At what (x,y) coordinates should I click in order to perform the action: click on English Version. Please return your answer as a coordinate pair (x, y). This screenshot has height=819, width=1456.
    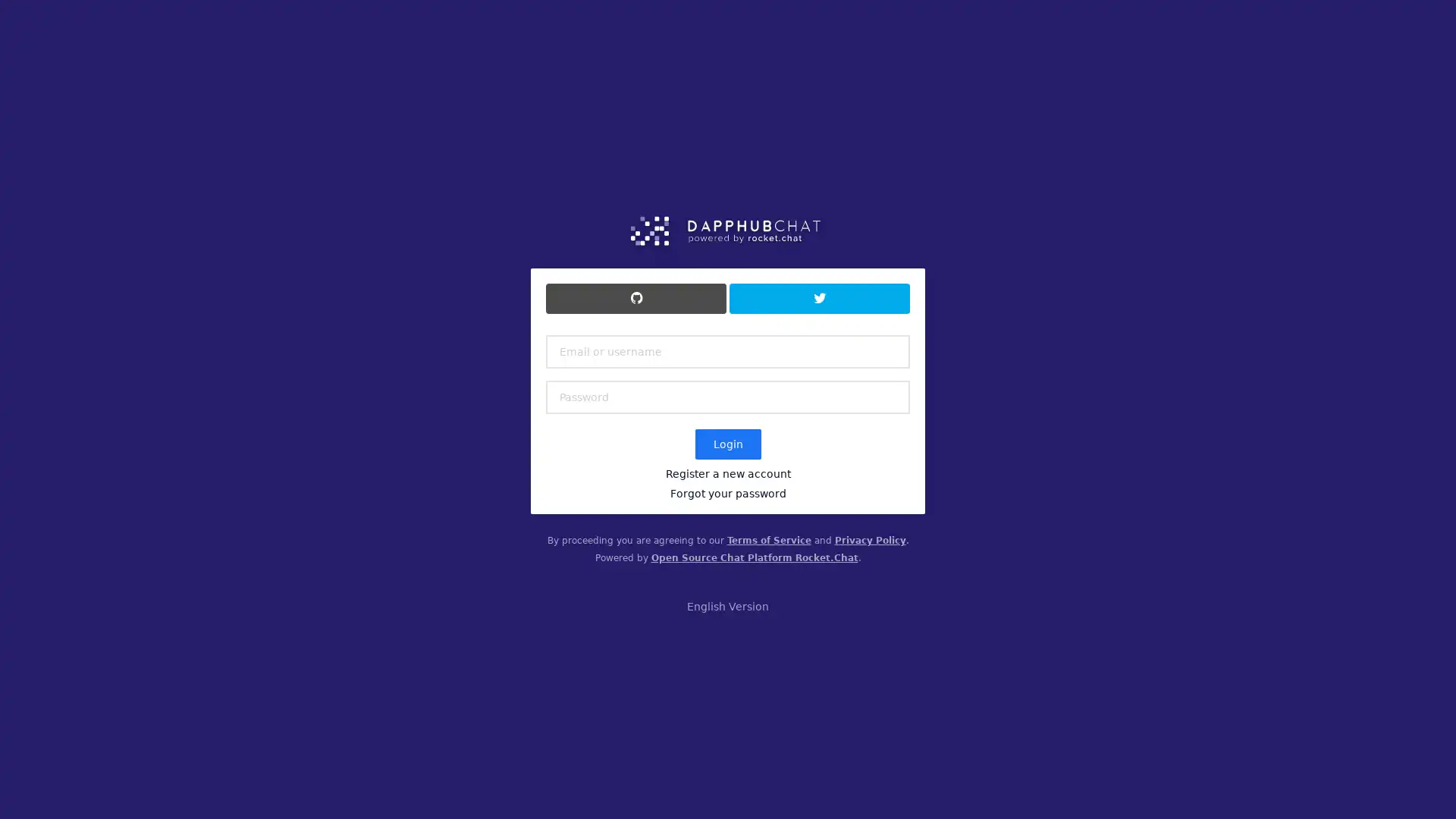
    Looking at the image, I should click on (728, 605).